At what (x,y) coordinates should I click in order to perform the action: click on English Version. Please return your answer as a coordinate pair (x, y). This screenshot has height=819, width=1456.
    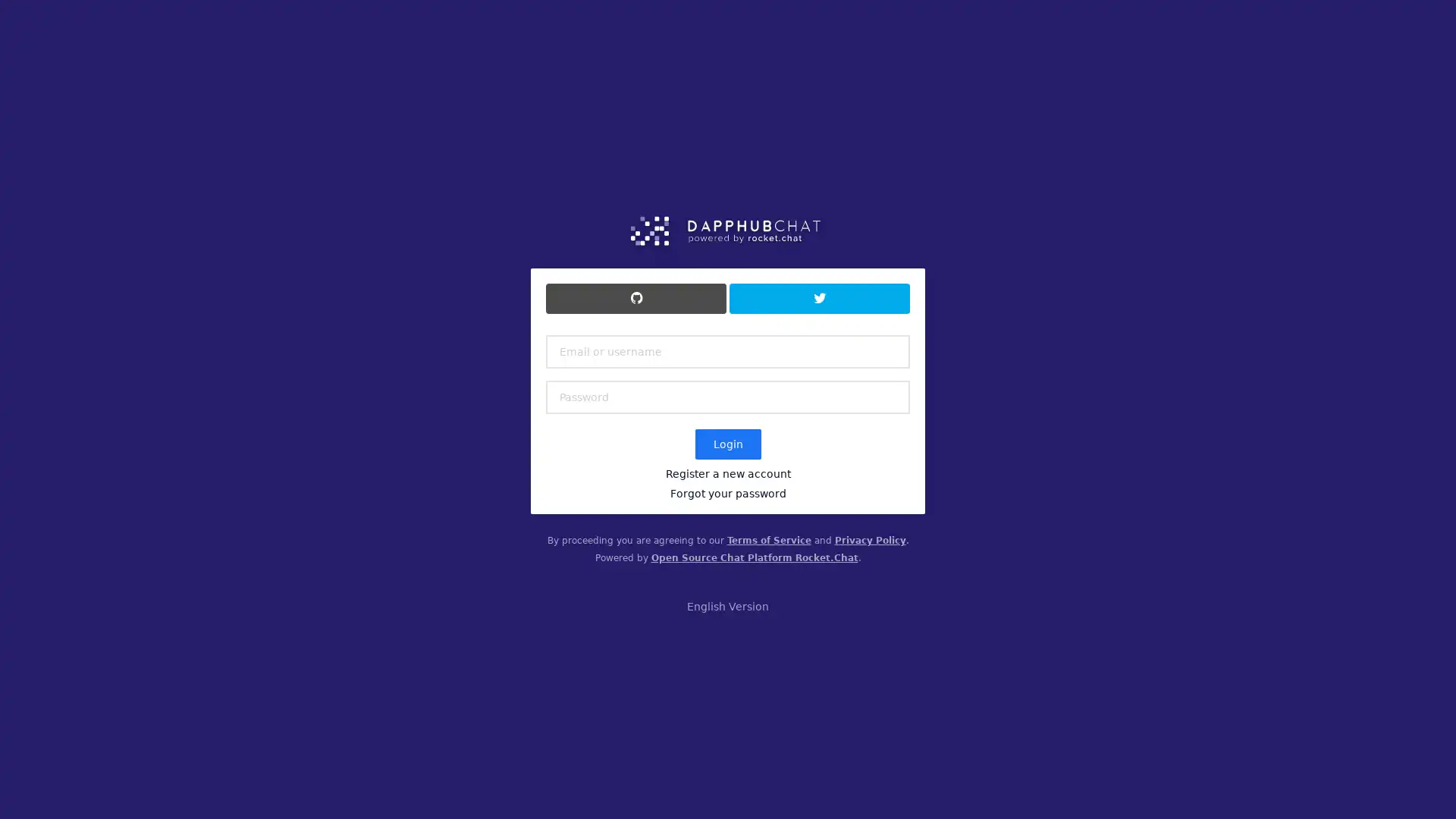
    Looking at the image, I should click on (728, 605).